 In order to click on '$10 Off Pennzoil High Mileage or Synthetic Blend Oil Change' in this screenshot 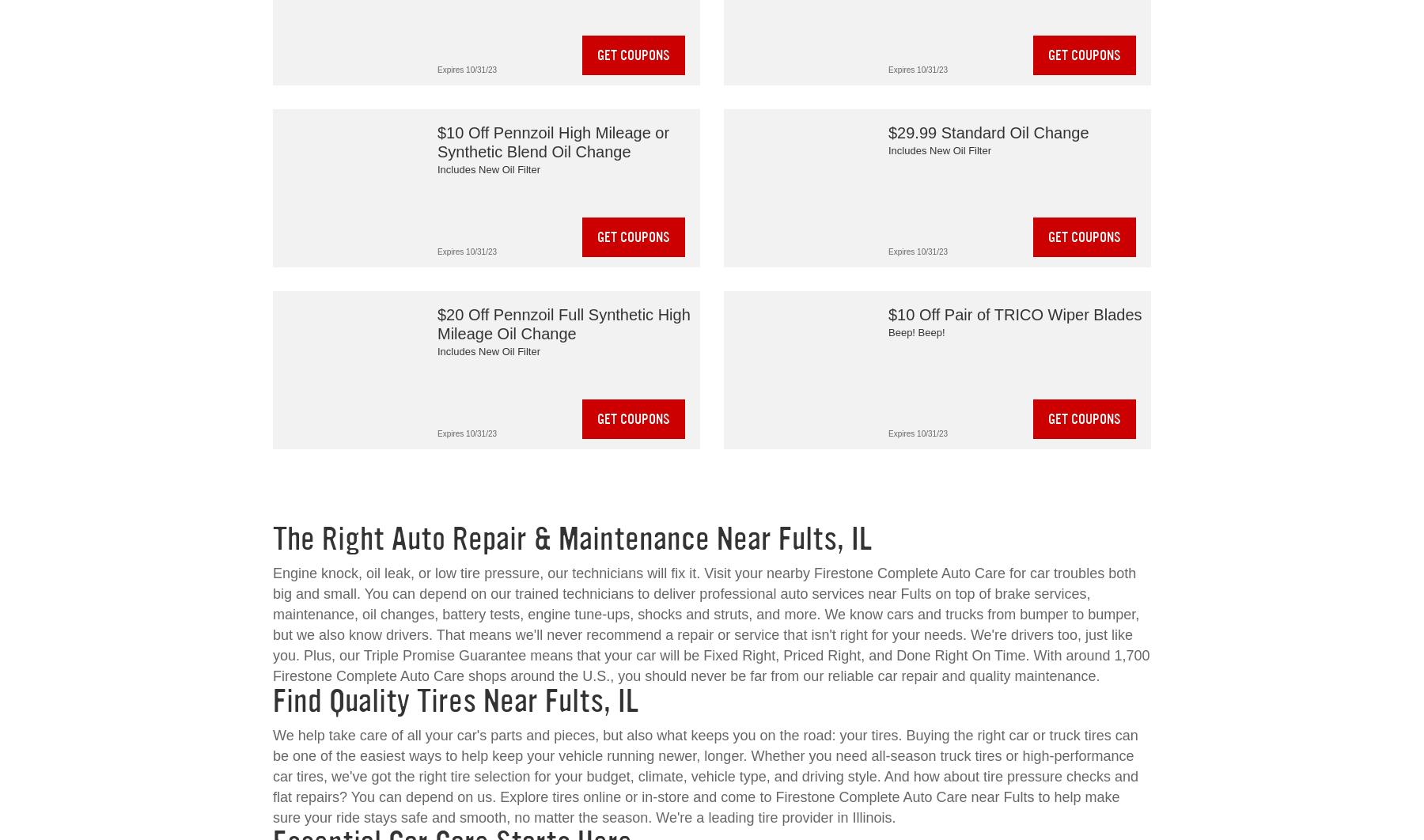, I will do `click(436, 142)`.